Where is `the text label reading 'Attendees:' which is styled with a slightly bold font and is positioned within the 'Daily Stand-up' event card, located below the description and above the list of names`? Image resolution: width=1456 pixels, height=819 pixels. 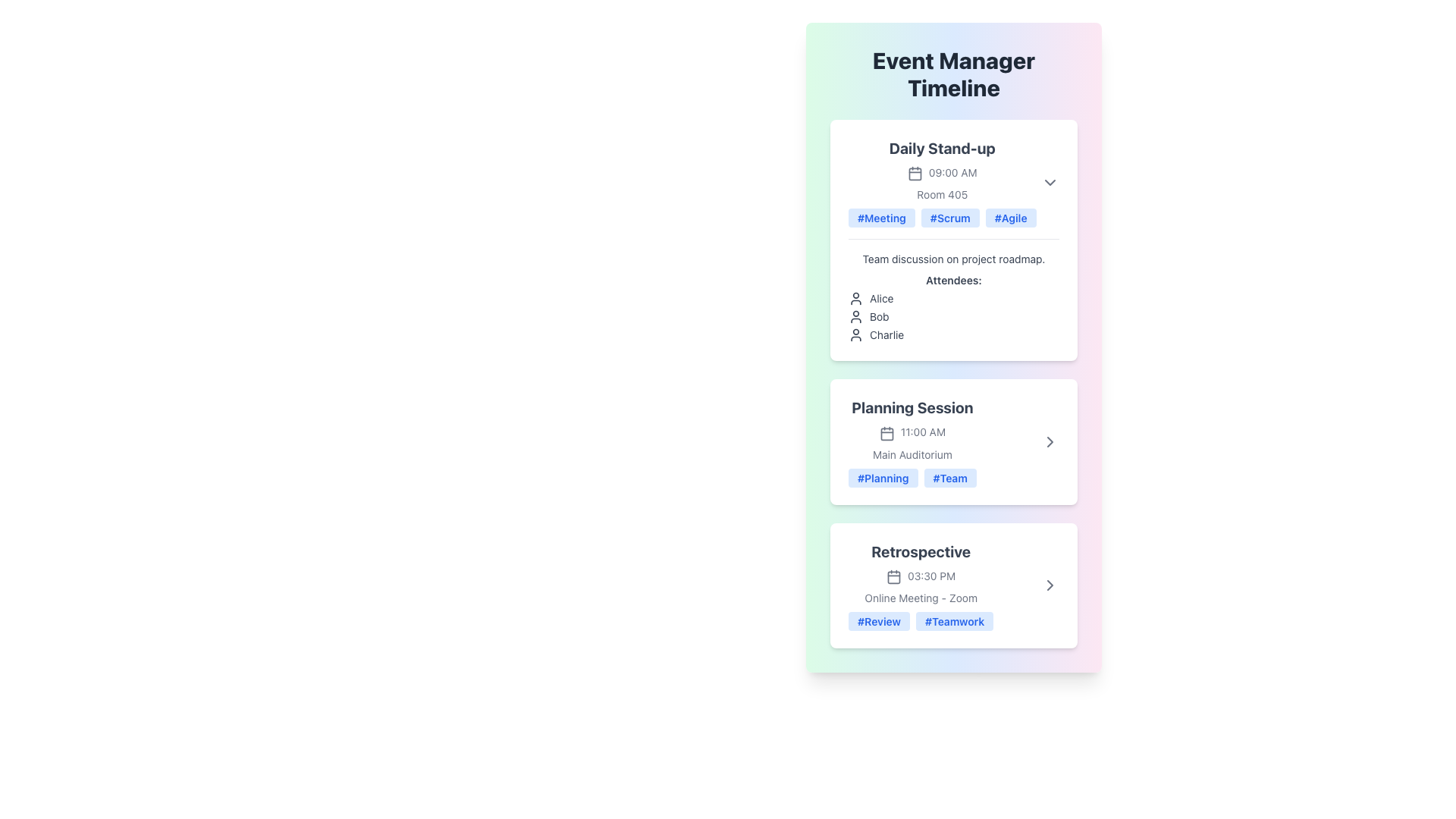
the text label reading 'Attendees:' which is styled with a slightly bold font and is positioned within the 'Daily Stand-up' event card, located below the description and above the list of names is located at coordinates (952, 281).